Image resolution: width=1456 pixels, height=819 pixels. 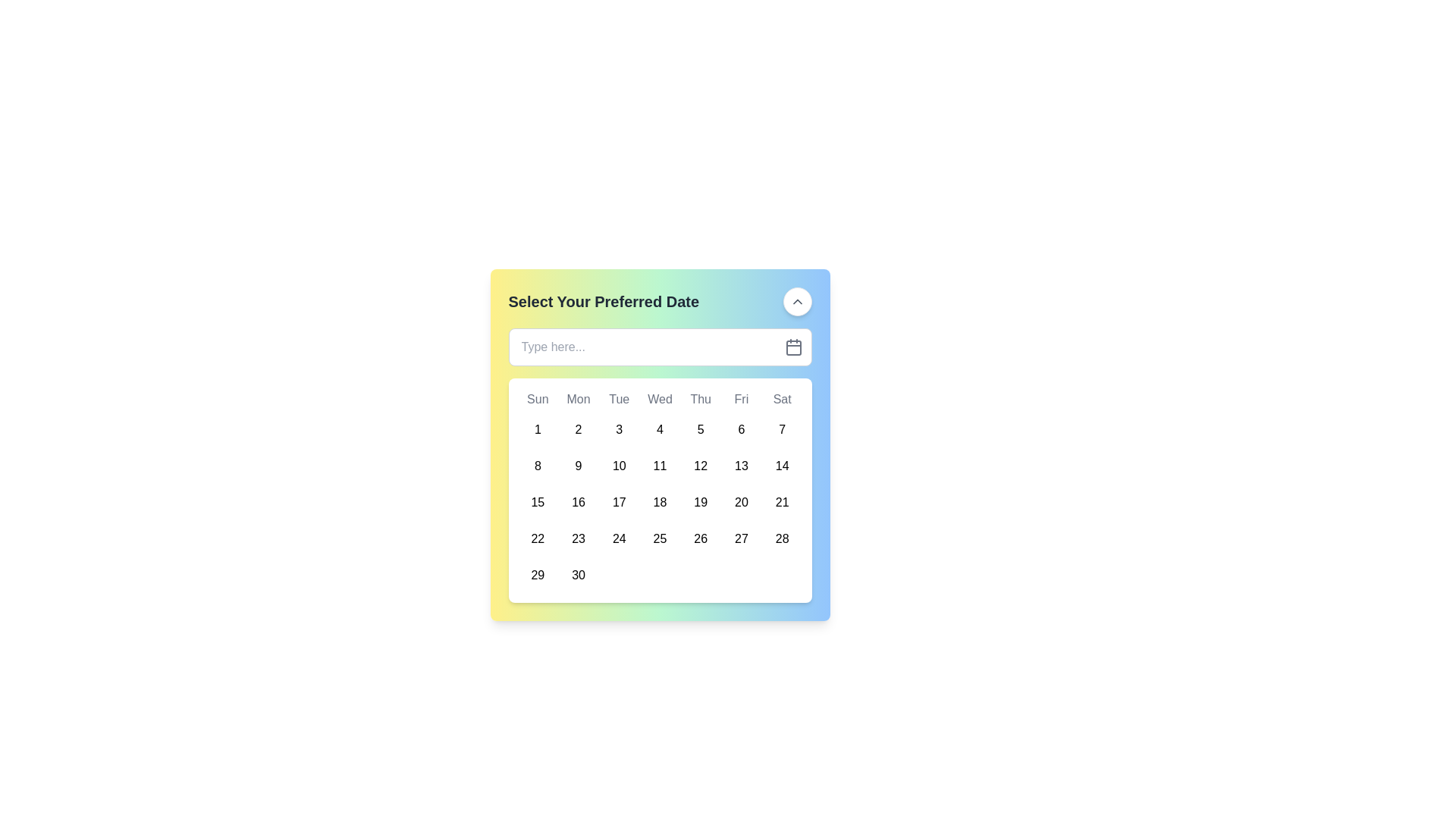 I want to click on the round button displaying the text '10' in the calendar grid under the column labeled 'Tue', so click(x=619, y=465).